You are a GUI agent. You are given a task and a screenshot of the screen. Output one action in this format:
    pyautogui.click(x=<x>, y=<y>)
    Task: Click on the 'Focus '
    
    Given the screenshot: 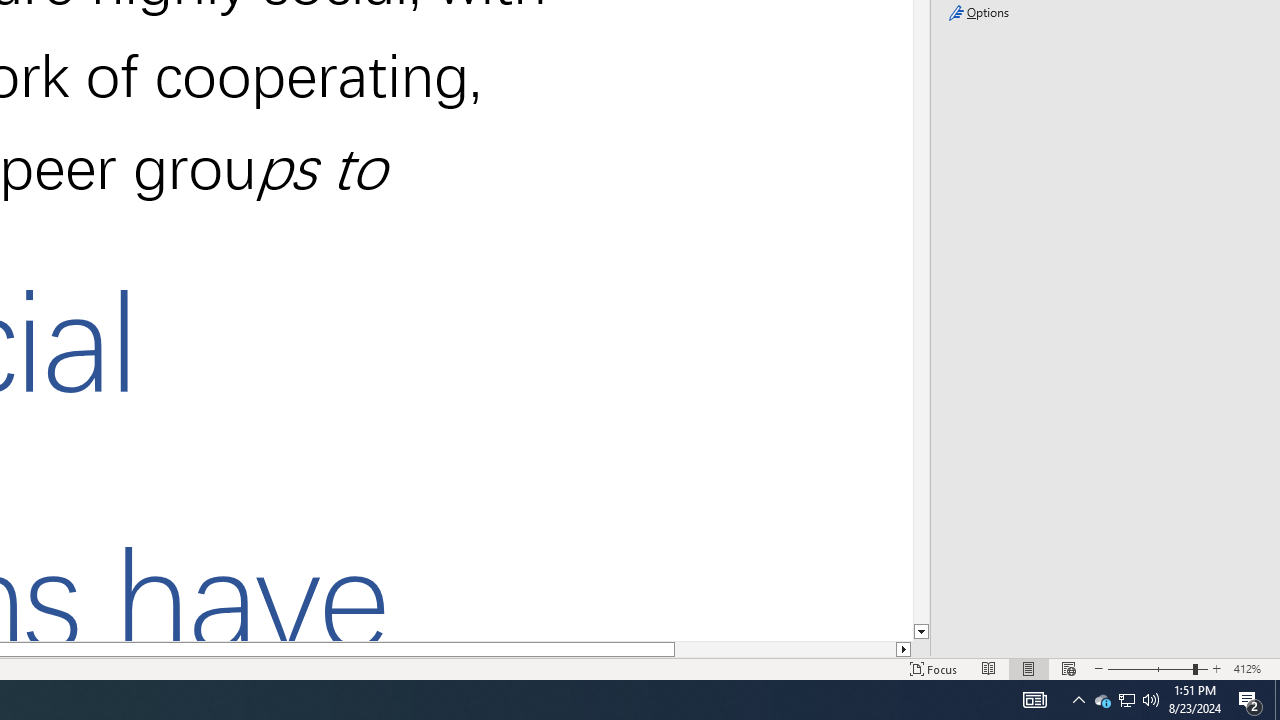 What is the action you would take?
    pyautogui.click(x=933, y=669)
    